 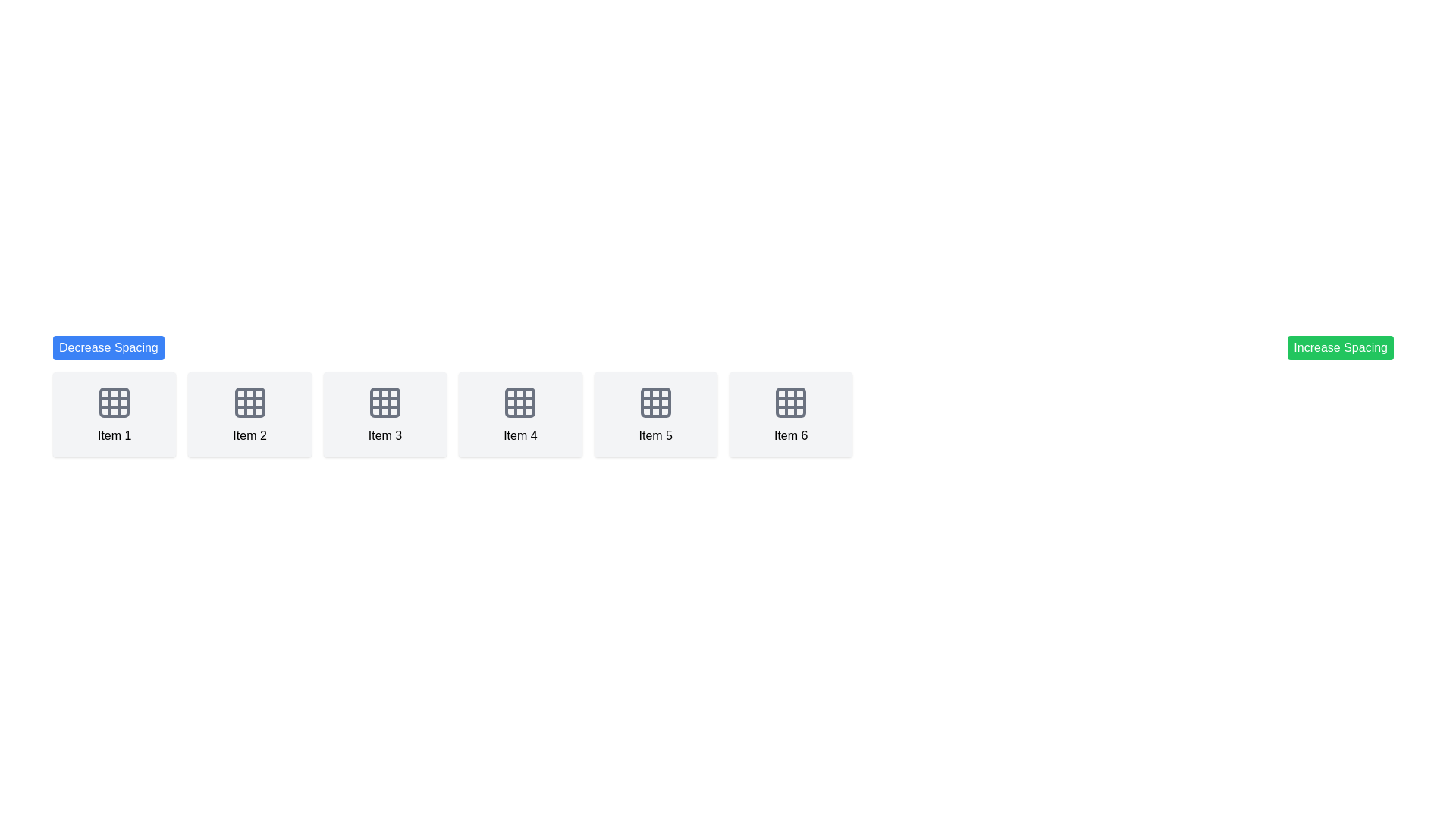 What do you see at coordinates (790, 402) in the screenshot?
I see `the grid icon with nine cells arranged in a 3x3 layout, located within the box labeled 'Item 6', which has a gray background and rounded corners` at bounding box center [790, 402].